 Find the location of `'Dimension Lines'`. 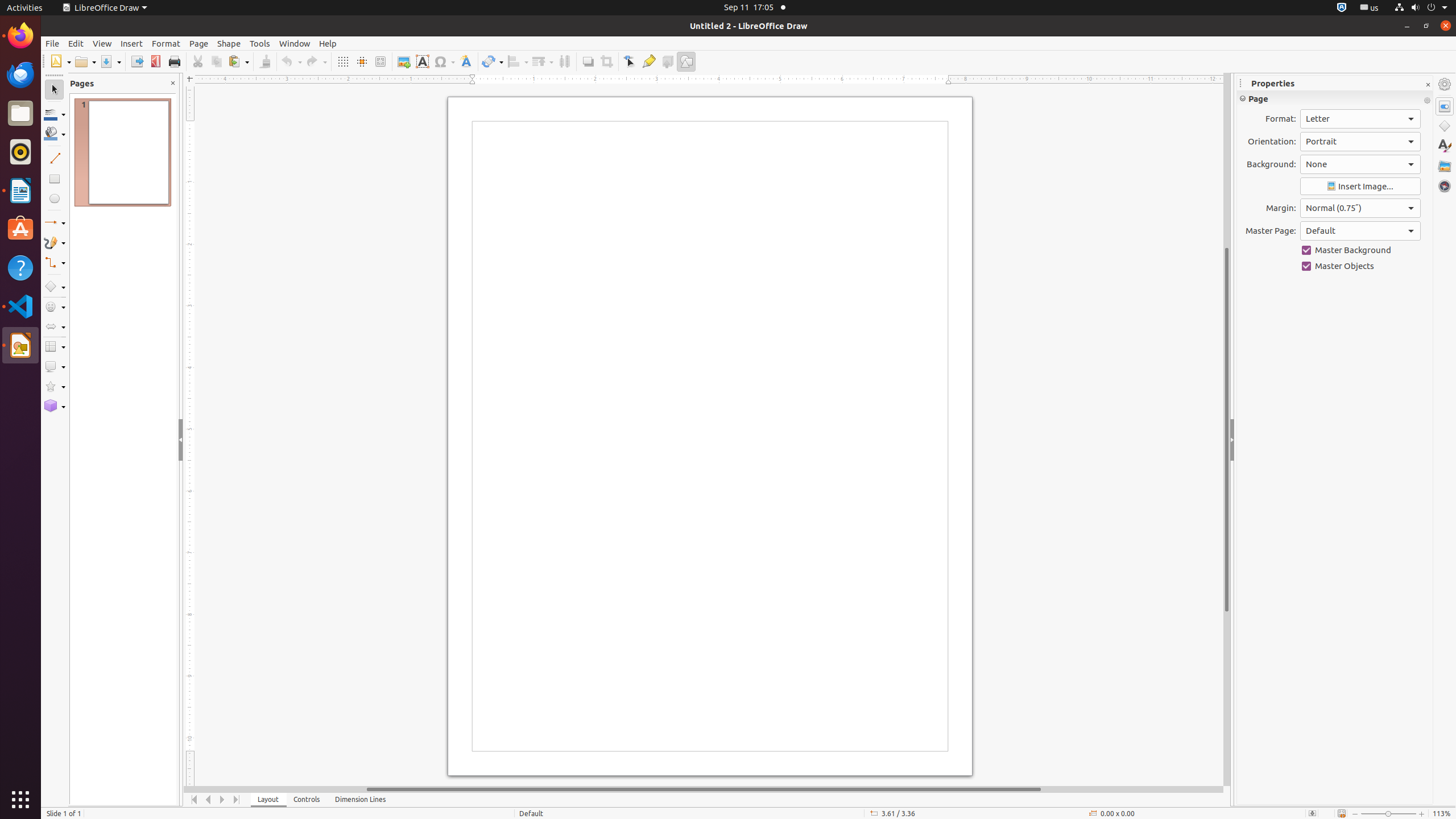

'Dimension Lines' is located at coordinates (360, 799).